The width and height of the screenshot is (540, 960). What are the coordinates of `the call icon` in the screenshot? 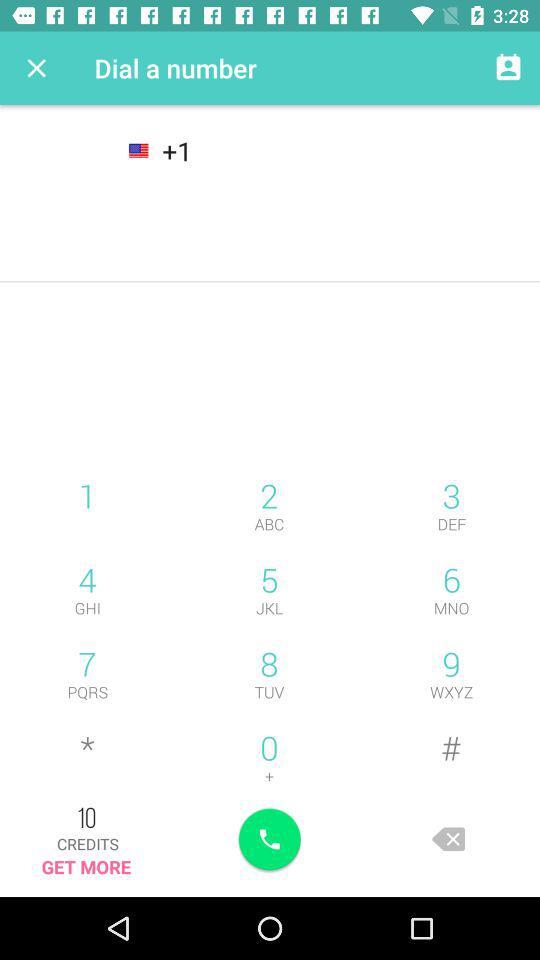 It's located at (269, 839).